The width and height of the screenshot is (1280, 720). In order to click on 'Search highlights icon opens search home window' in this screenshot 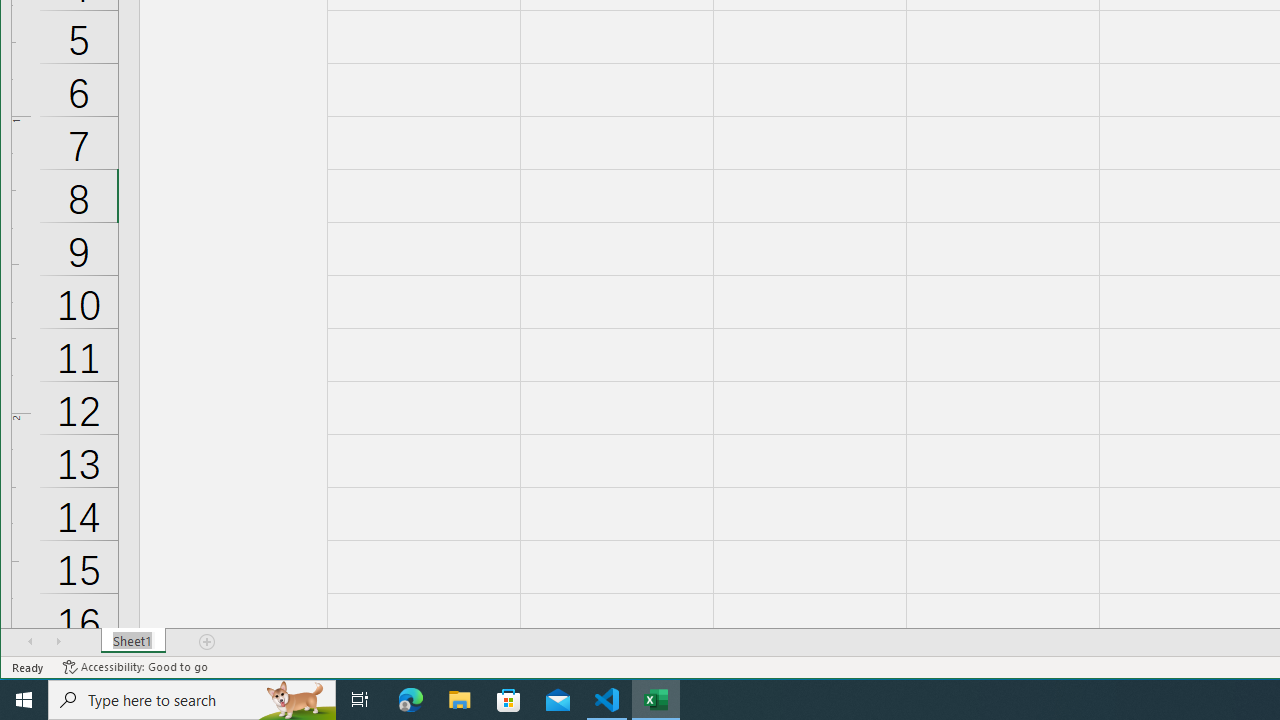, I will do `click(294, 698)`.